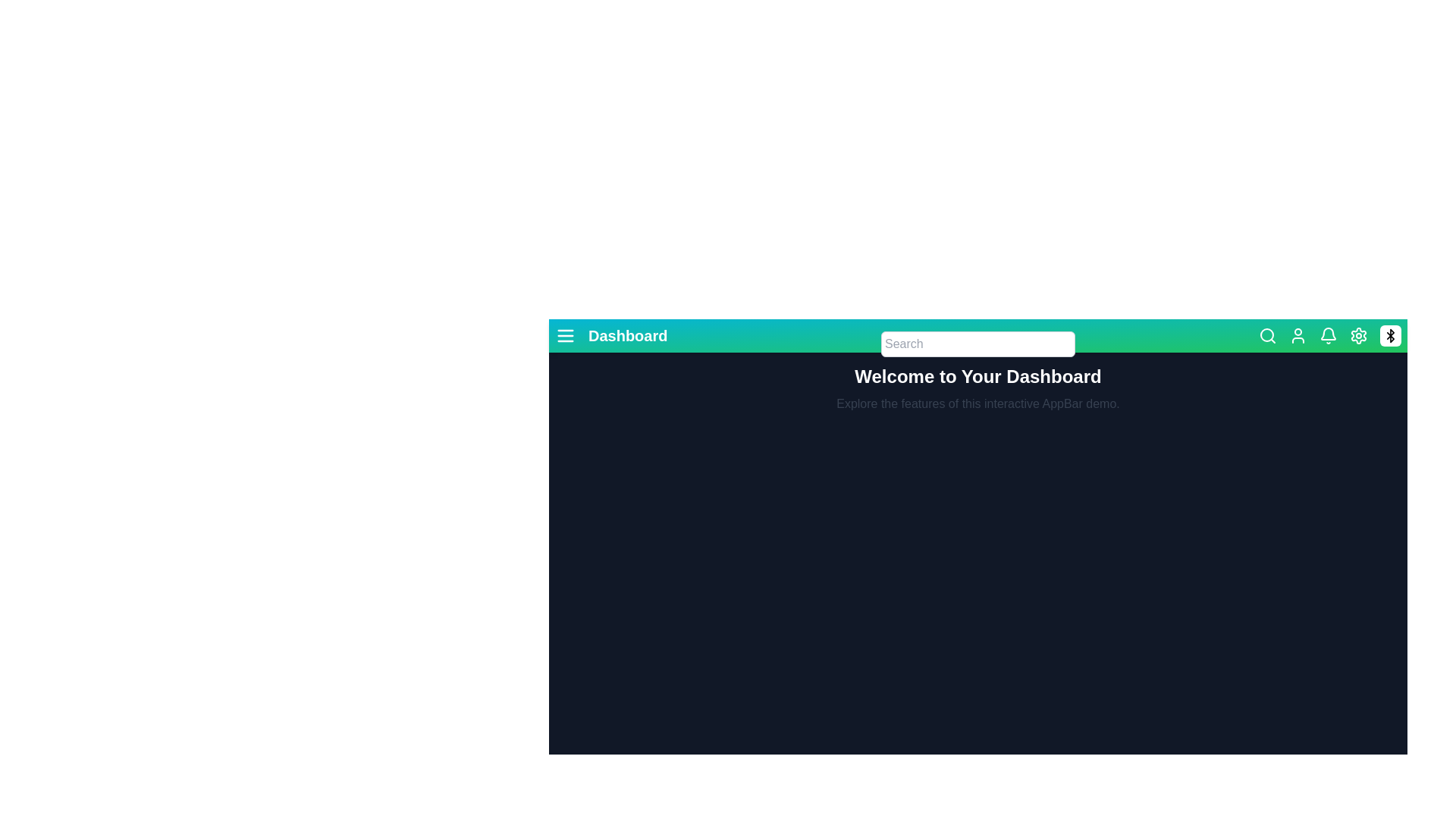  Describe the element at coordinates (1328, 335) in the screenshot. I see `the bell icon to interact with notifications` at that location.